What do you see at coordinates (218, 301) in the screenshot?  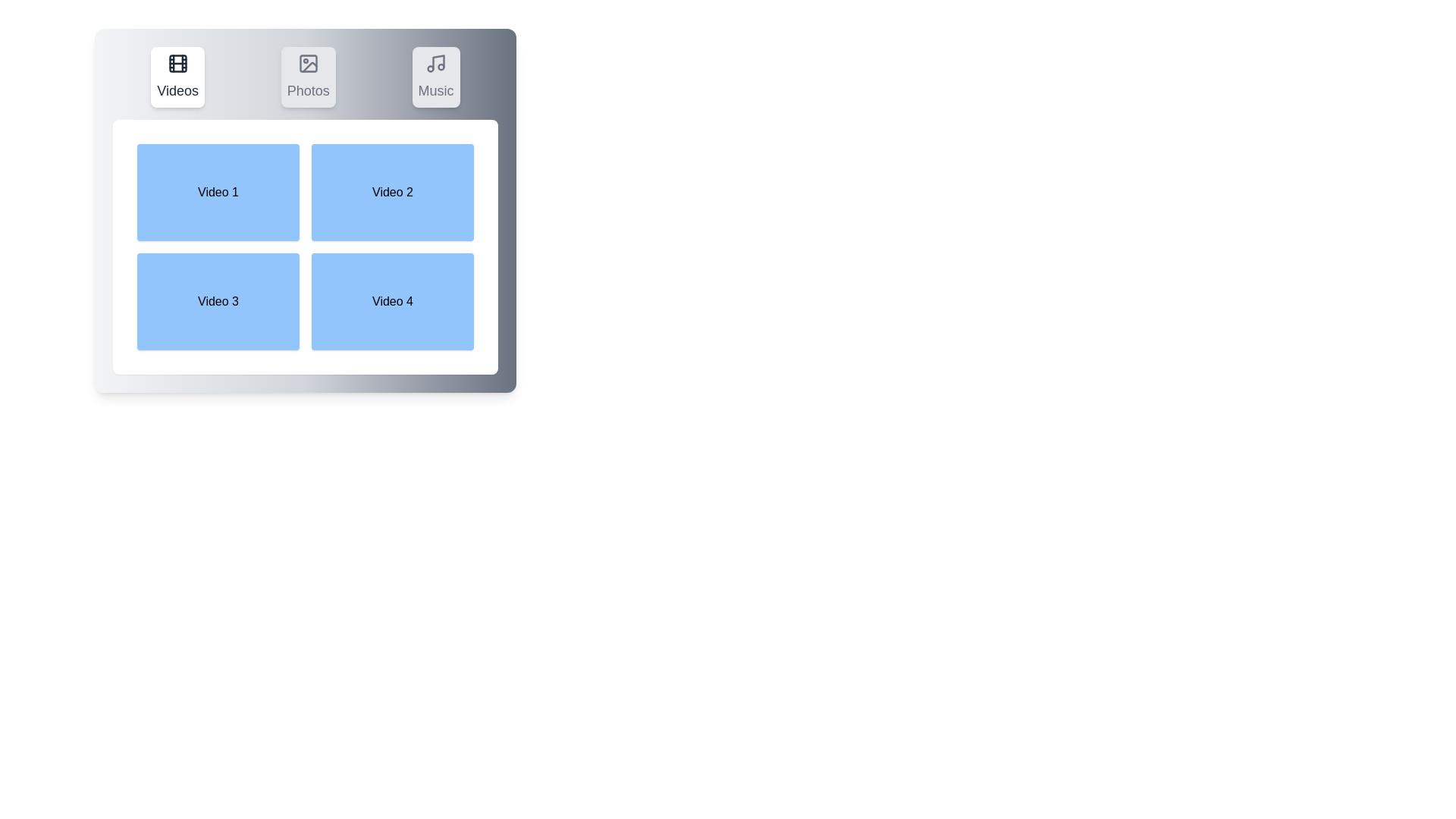 I see `the video box labeled Video 3` at bounding box center [218, 301].